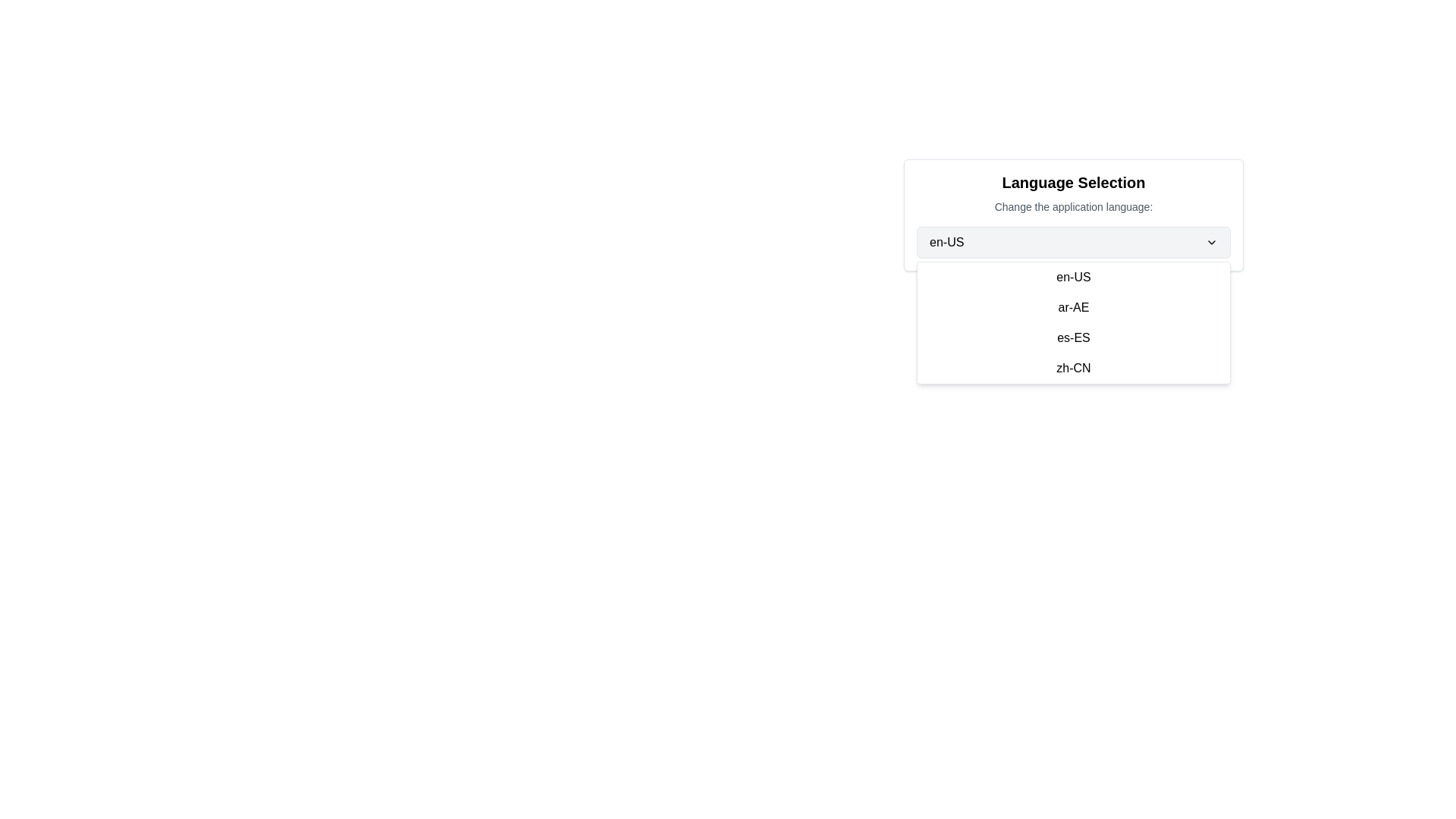 This screenshot has height=819, width=1456. I want to click on the language option 'zh-CN' in the dropdown menu, so click(1073, 369).